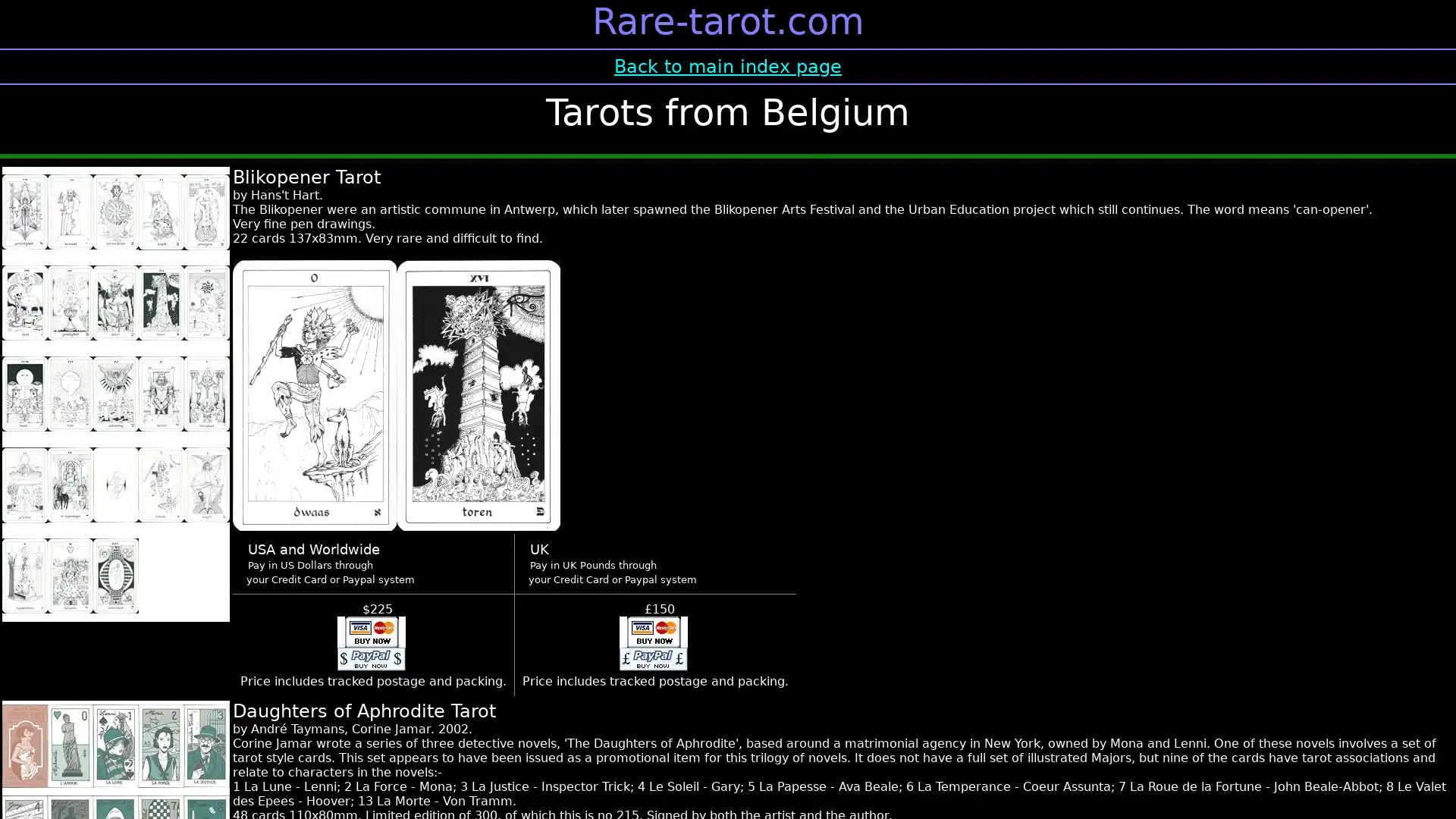  What do you see at coordinates (652, 643) in the screenshot?
I see `Make payment in UK pounds using PayPal` at bounding box center [652, 643].